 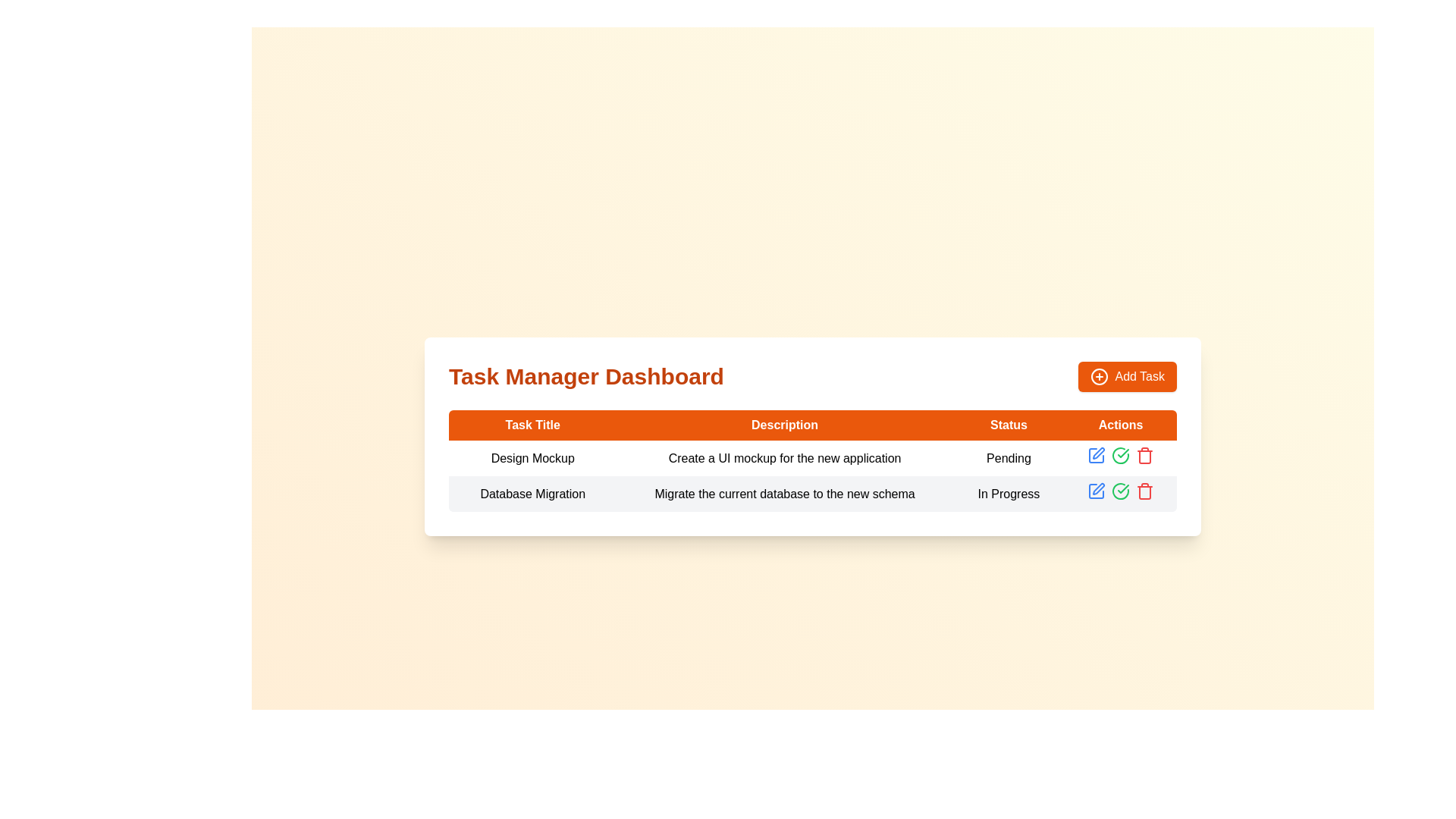 I want to click on the second row in the task table that contains the text 'Database Migration', so click(x=811, y=494).